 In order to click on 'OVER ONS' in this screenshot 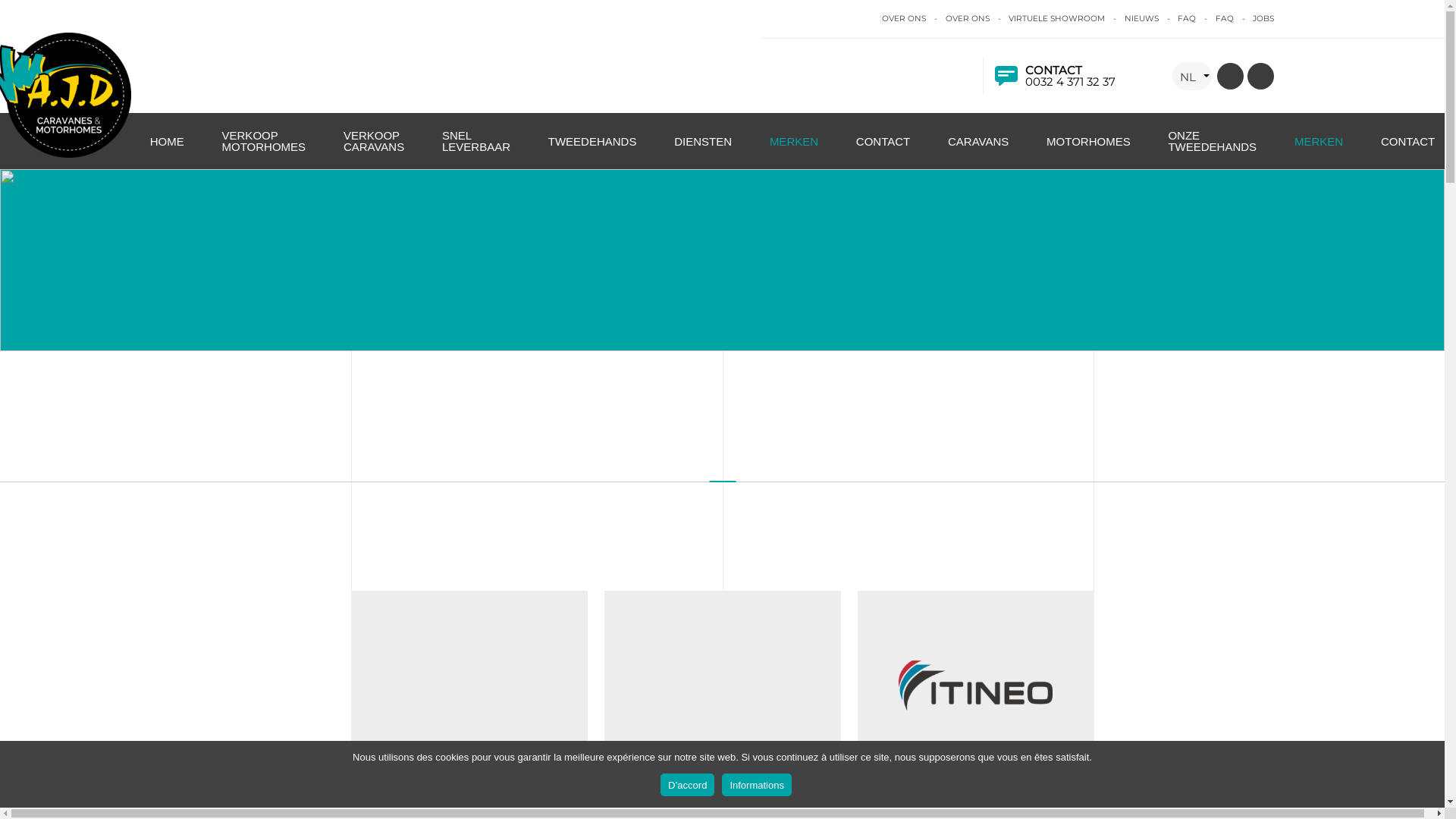, I will do `click(881, 18)`.